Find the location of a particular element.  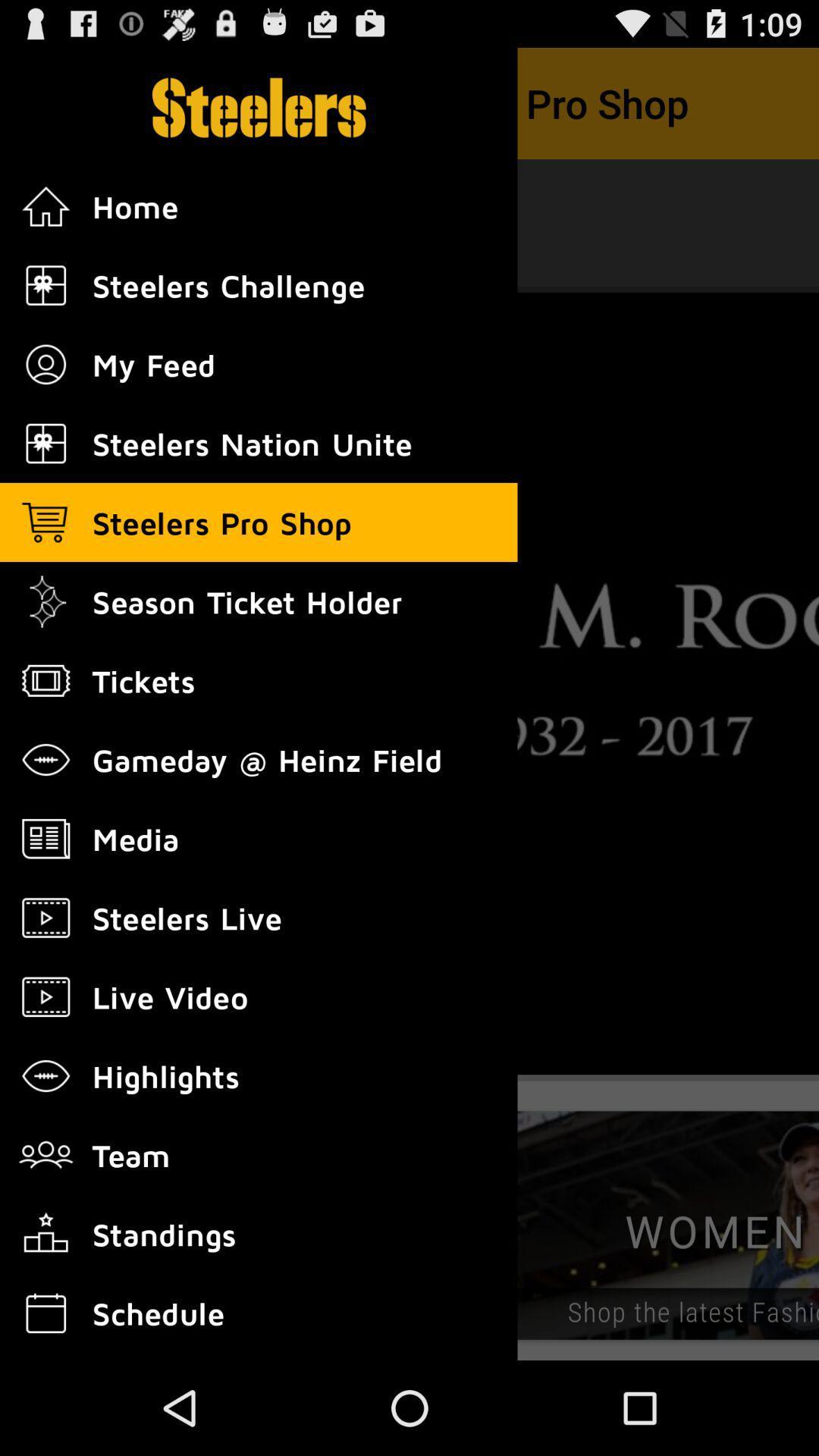

the standing icon is located at coordinates (45, 1234).